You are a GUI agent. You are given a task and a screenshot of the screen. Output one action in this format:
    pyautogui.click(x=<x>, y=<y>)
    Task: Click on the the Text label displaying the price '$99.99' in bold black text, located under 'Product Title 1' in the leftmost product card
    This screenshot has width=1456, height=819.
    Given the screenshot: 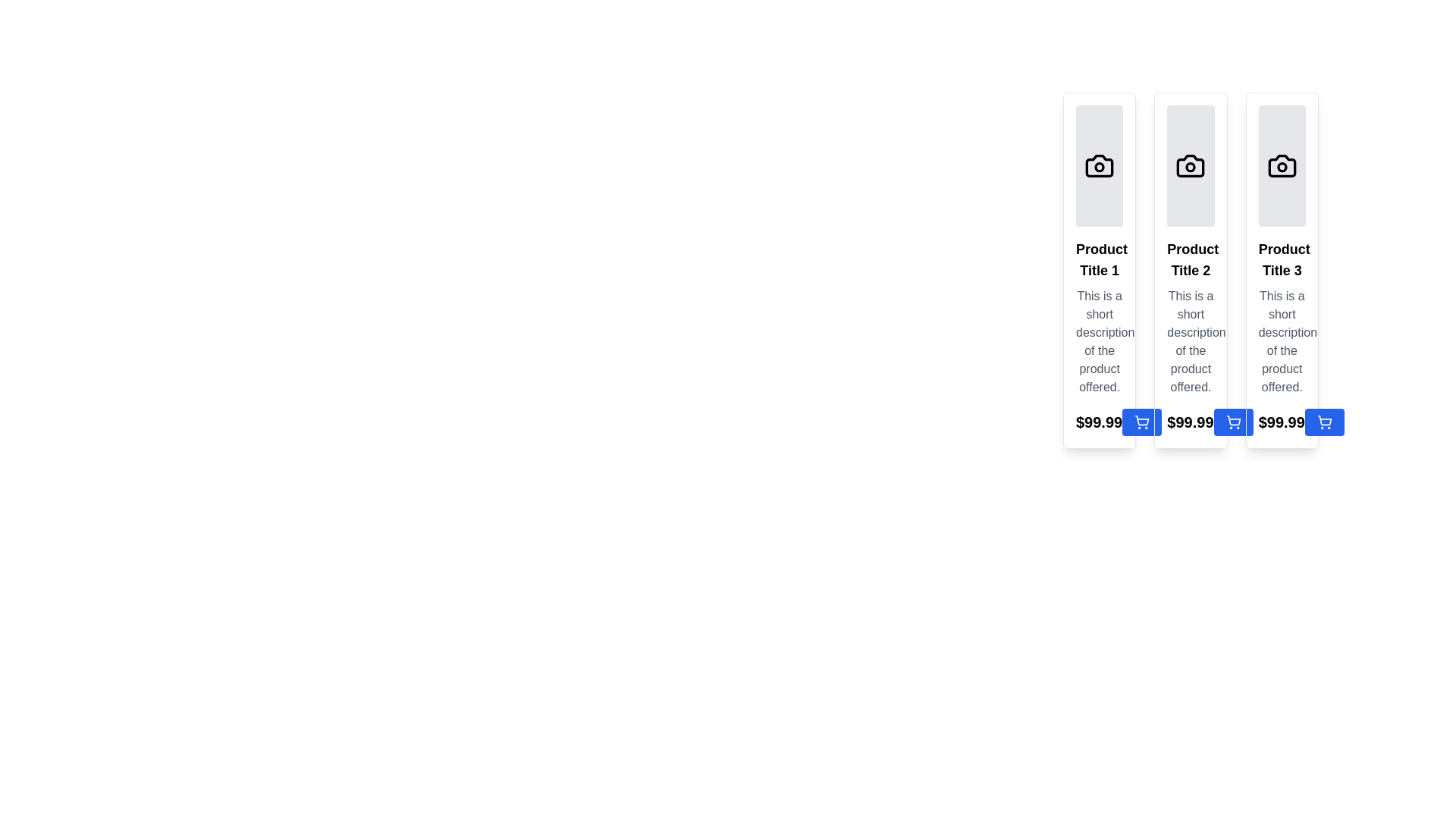 What is the action you would take?
    pyautogui.click(x=1099, y=422)
    